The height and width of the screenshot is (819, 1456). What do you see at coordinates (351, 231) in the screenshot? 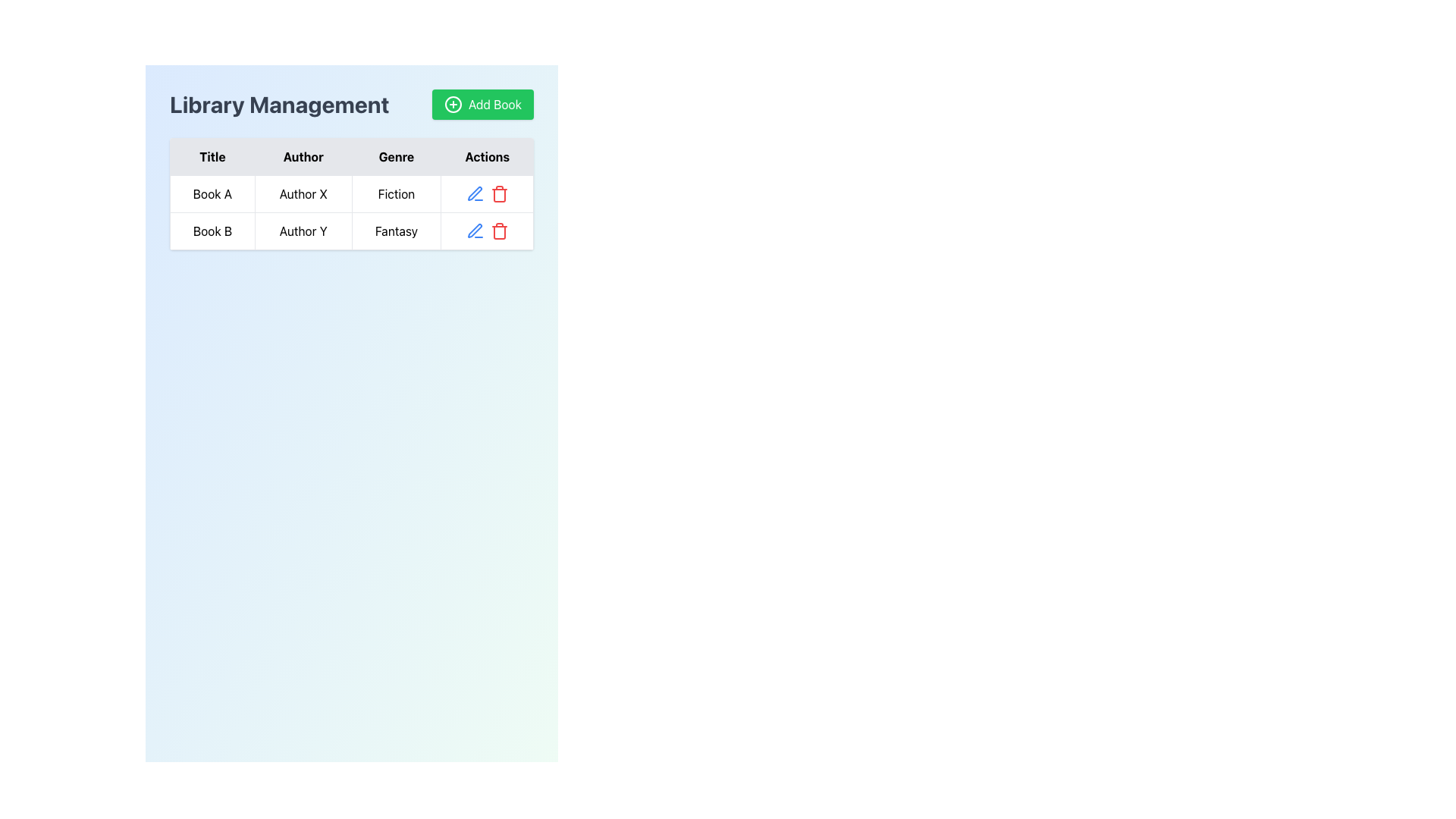
I see `the table row displaying information about 'Book B' by 'Author Y' in the 'Fantasy' genre, which is the second entry in the table` at bounding box center [351, 231].